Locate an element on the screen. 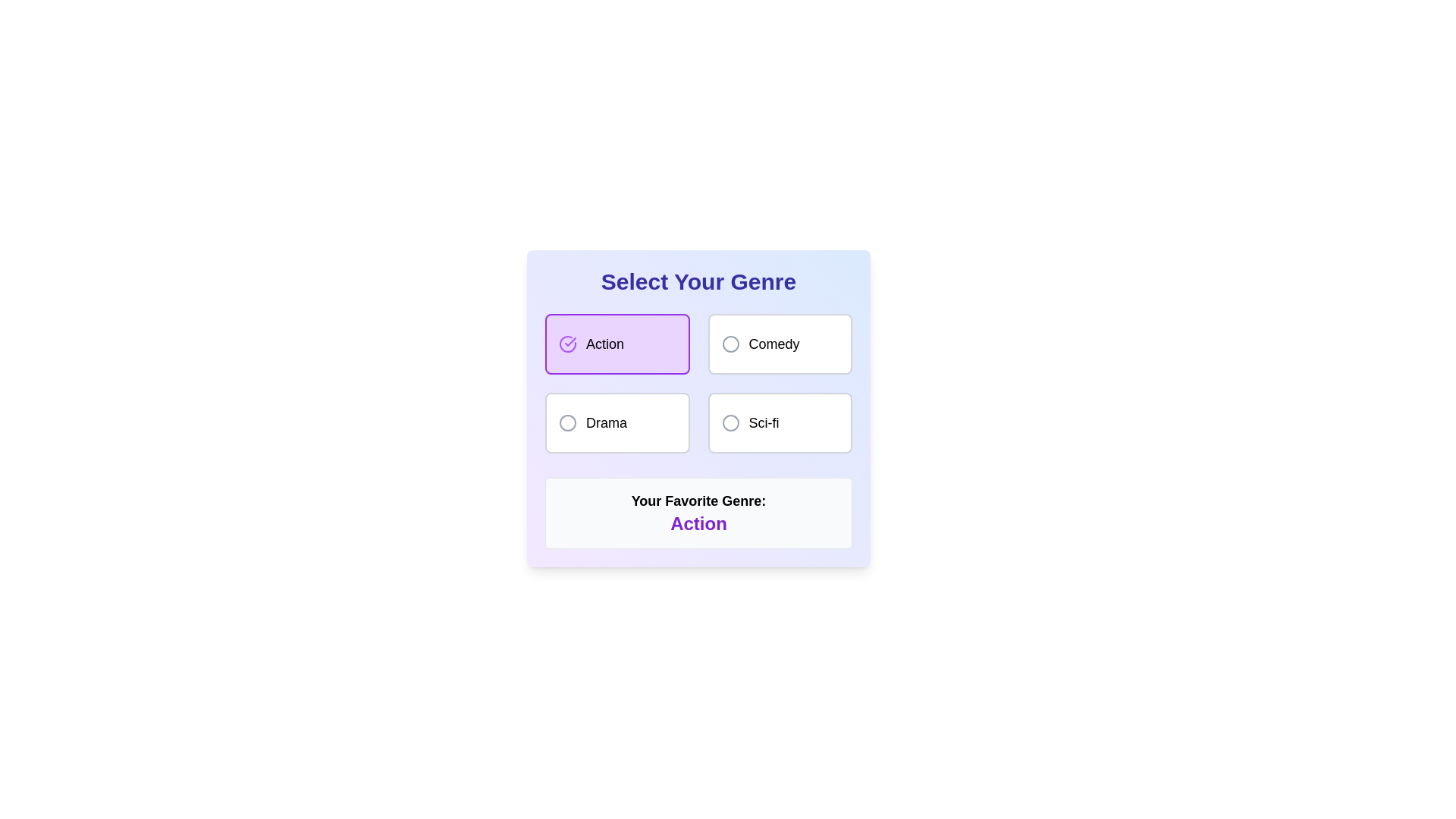 The height and width of the screenshot is (819, 1456). the unselected radio button indicator (SVG circle) in the Sci-fi genre selection area is located at coordinates (730, 423).